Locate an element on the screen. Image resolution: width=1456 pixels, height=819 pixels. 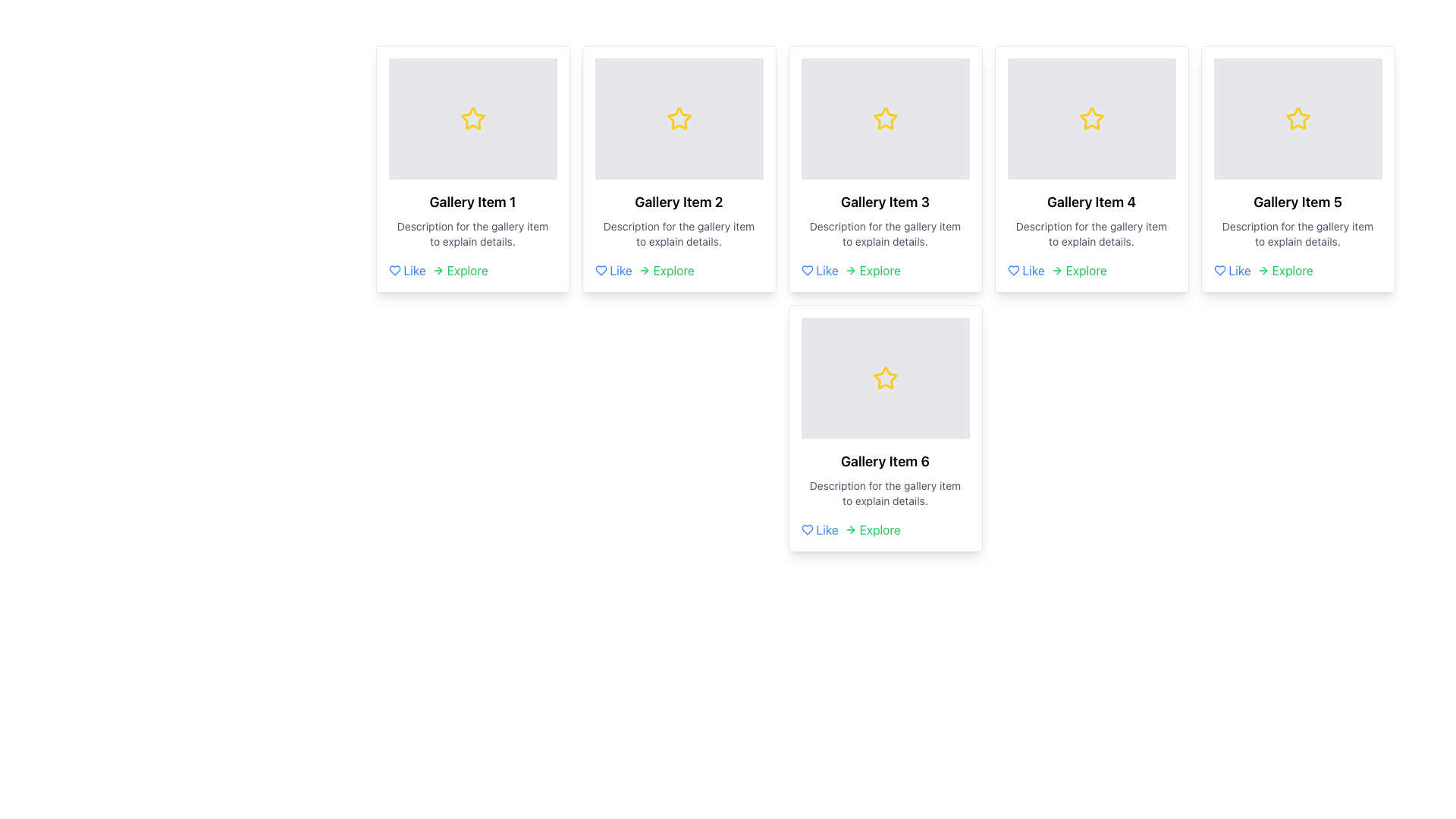
the small light gray text block located directly under the heading 'Gallery Item 2' in the second column of the grid layout is located at coordinates (678, 234).